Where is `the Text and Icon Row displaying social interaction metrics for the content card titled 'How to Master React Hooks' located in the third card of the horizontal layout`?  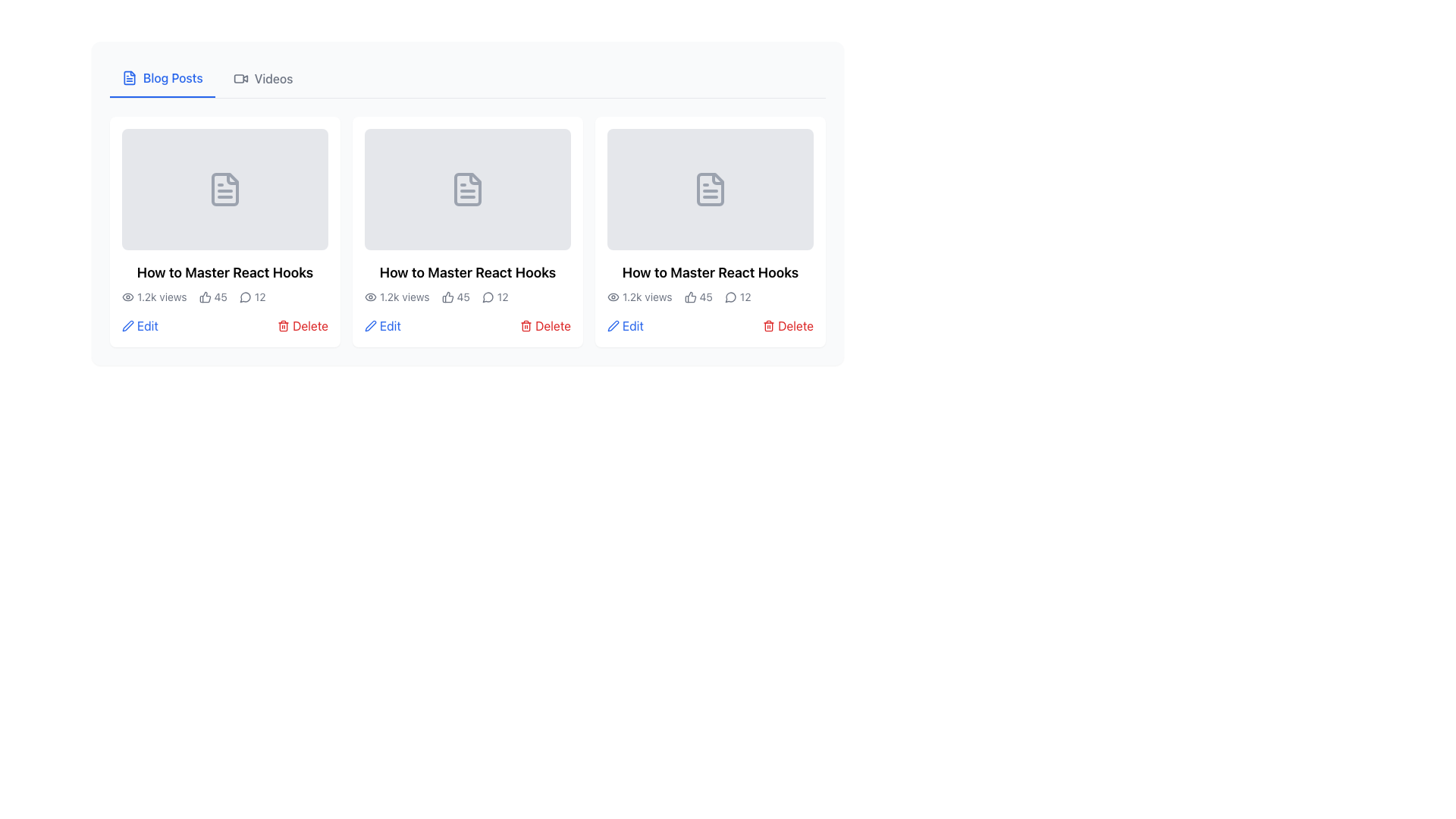 the Text and Icon Row displaying social interaction metrics for the content card titled 'How to Master React Hooks' located in the third card of the horizontal layout is located at coordinates (709, 297).